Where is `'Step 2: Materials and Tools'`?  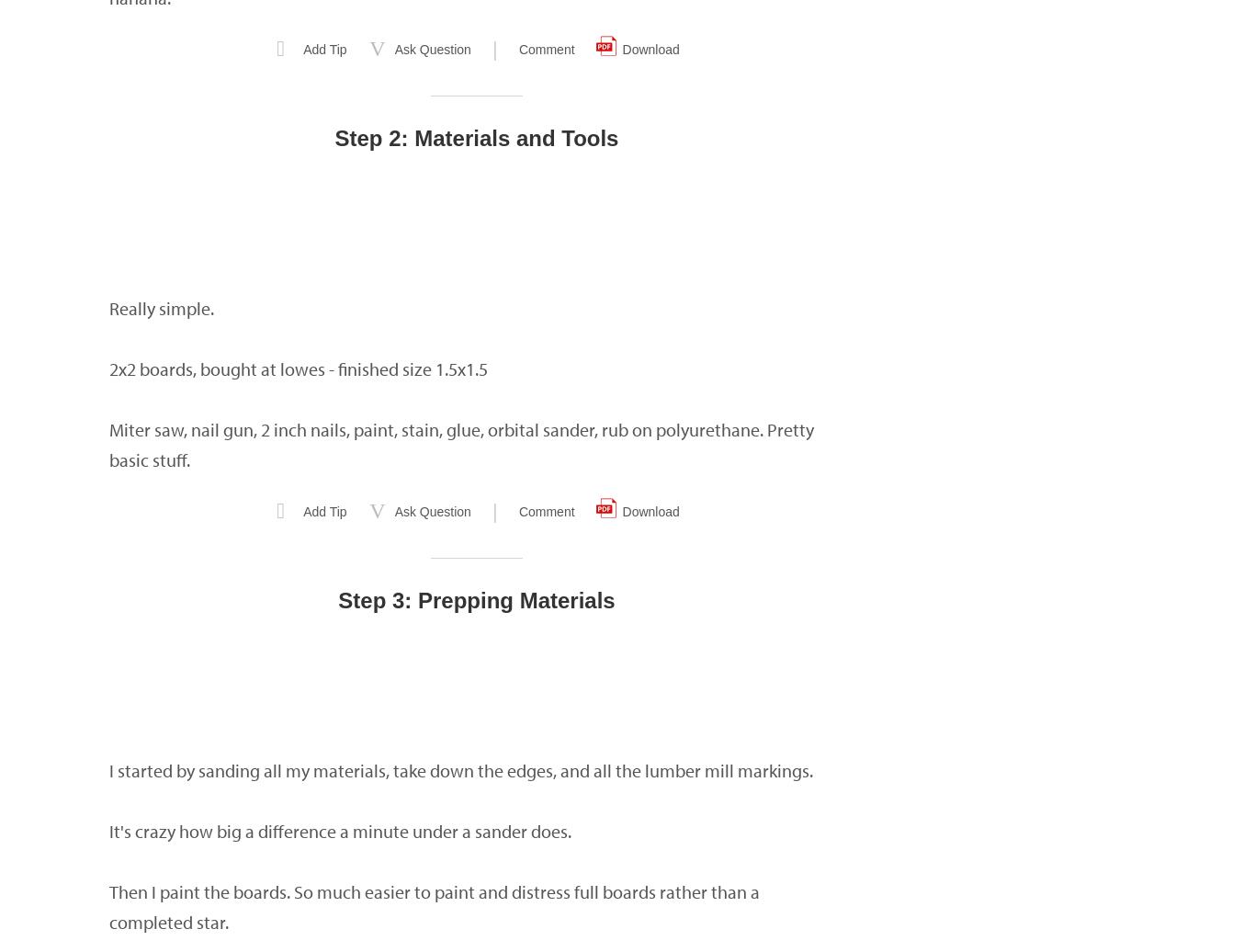
'Step 2: Materials and Tools' is located at coordinates (476, 138).